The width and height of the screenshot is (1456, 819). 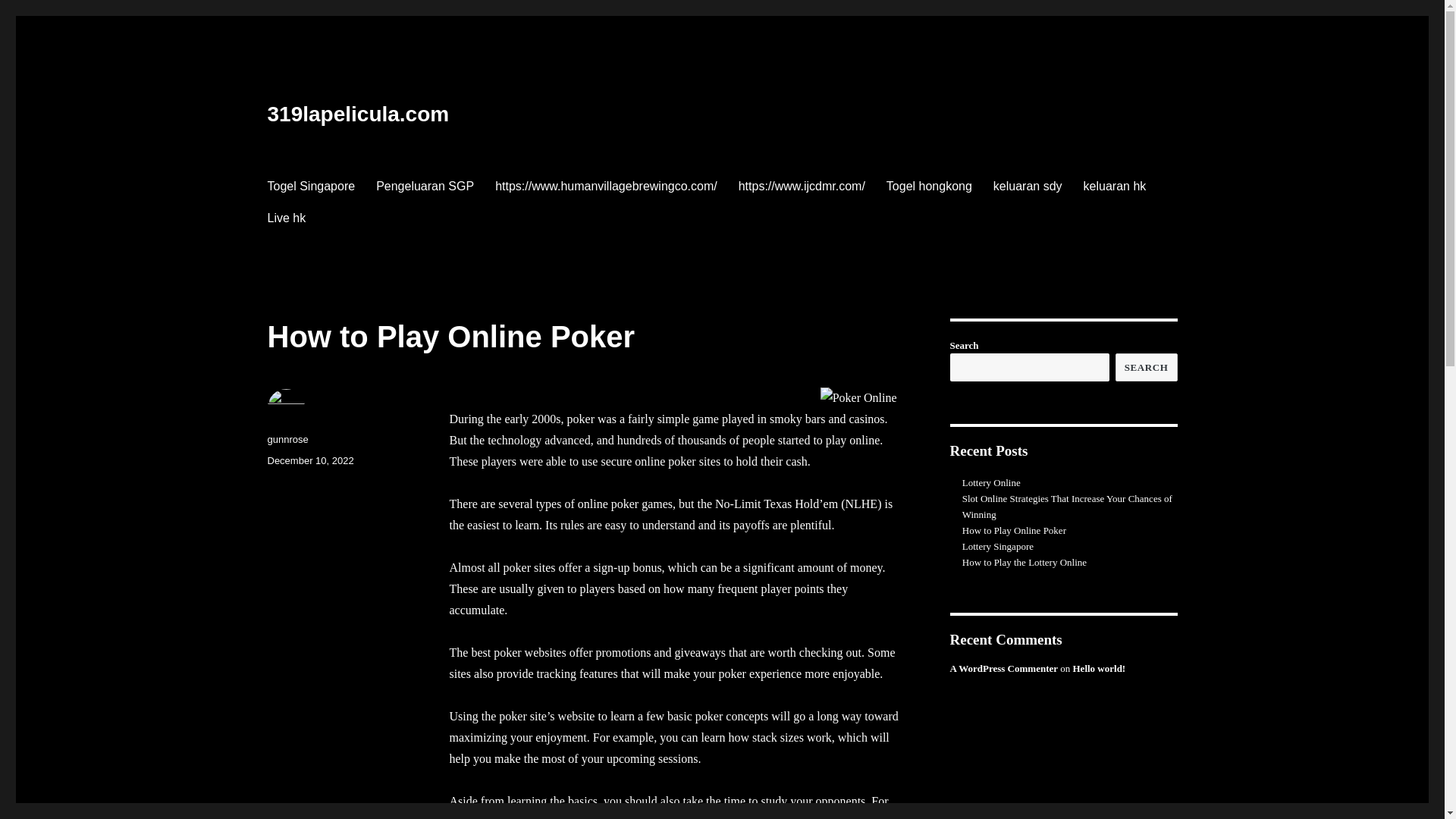 What do you see at coordinates (266, 460) in the screenshot?
I see `'December 10, 2022'` at bounding box center [266, 460].